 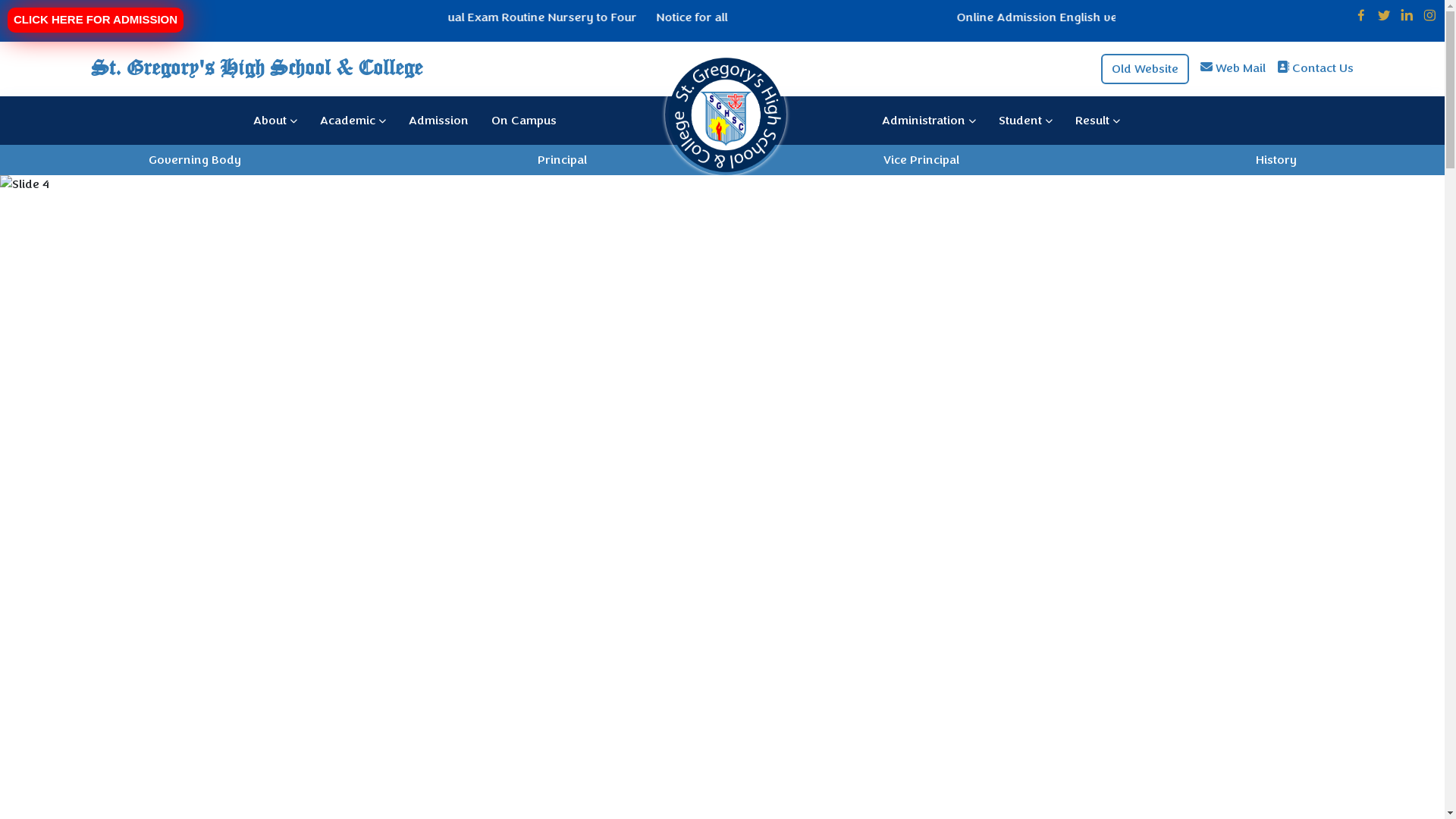 What do you see at coordinates (1322, 67) in the screenshot?
I see `'Contact Us'` at bounding box center [1322, 67].